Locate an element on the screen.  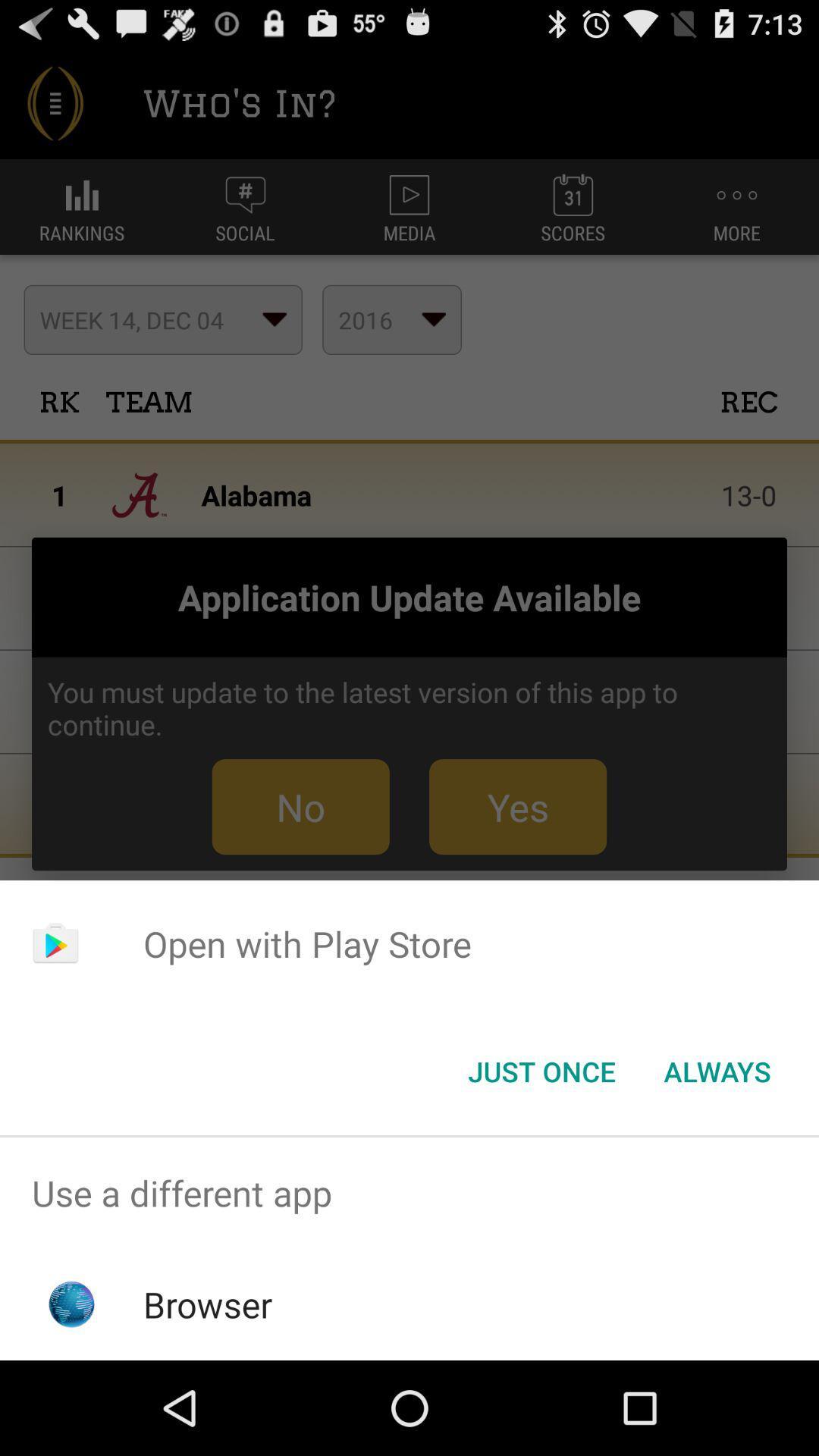
the icon to the right of the just once item is located at coordinates (717, 1070).